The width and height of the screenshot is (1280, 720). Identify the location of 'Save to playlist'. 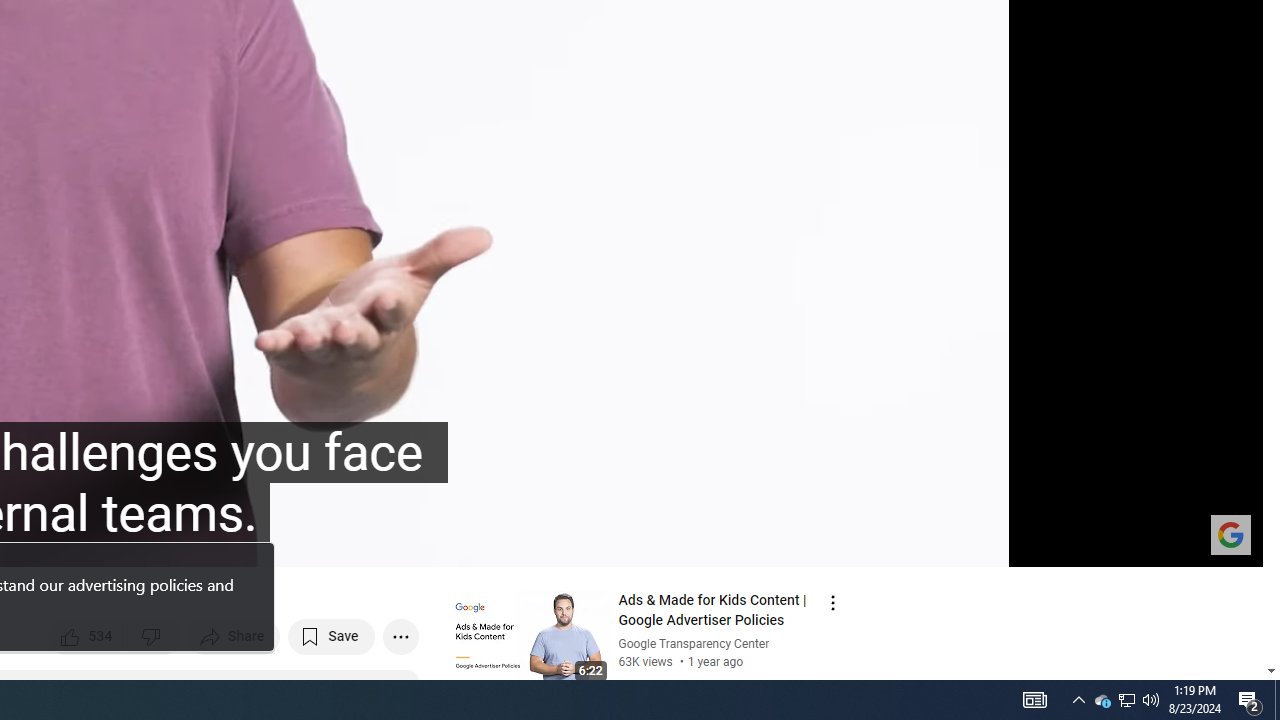
(331, 636).